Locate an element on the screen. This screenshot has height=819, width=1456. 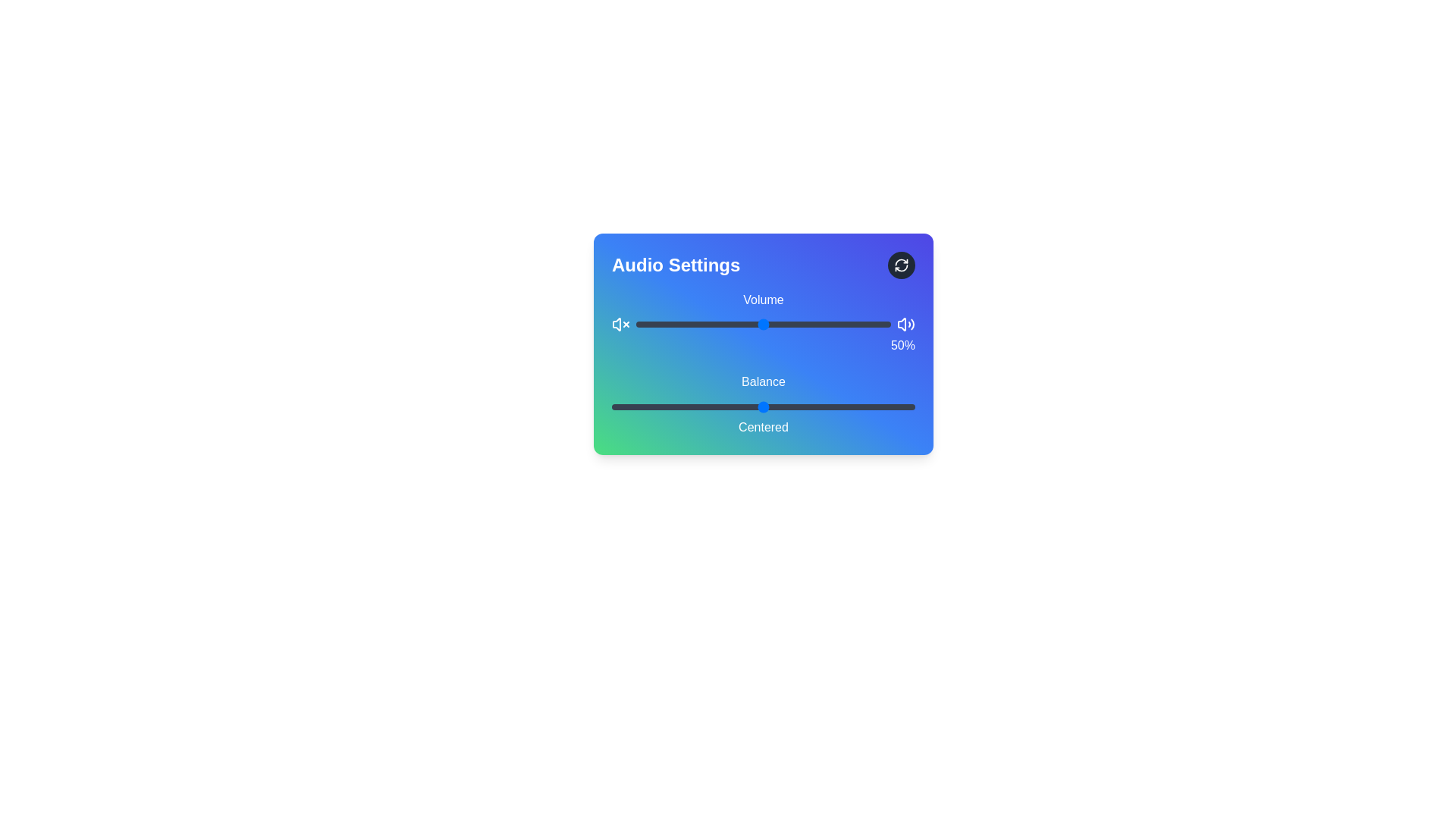
the balance slider is located at coordinates (623, 406).